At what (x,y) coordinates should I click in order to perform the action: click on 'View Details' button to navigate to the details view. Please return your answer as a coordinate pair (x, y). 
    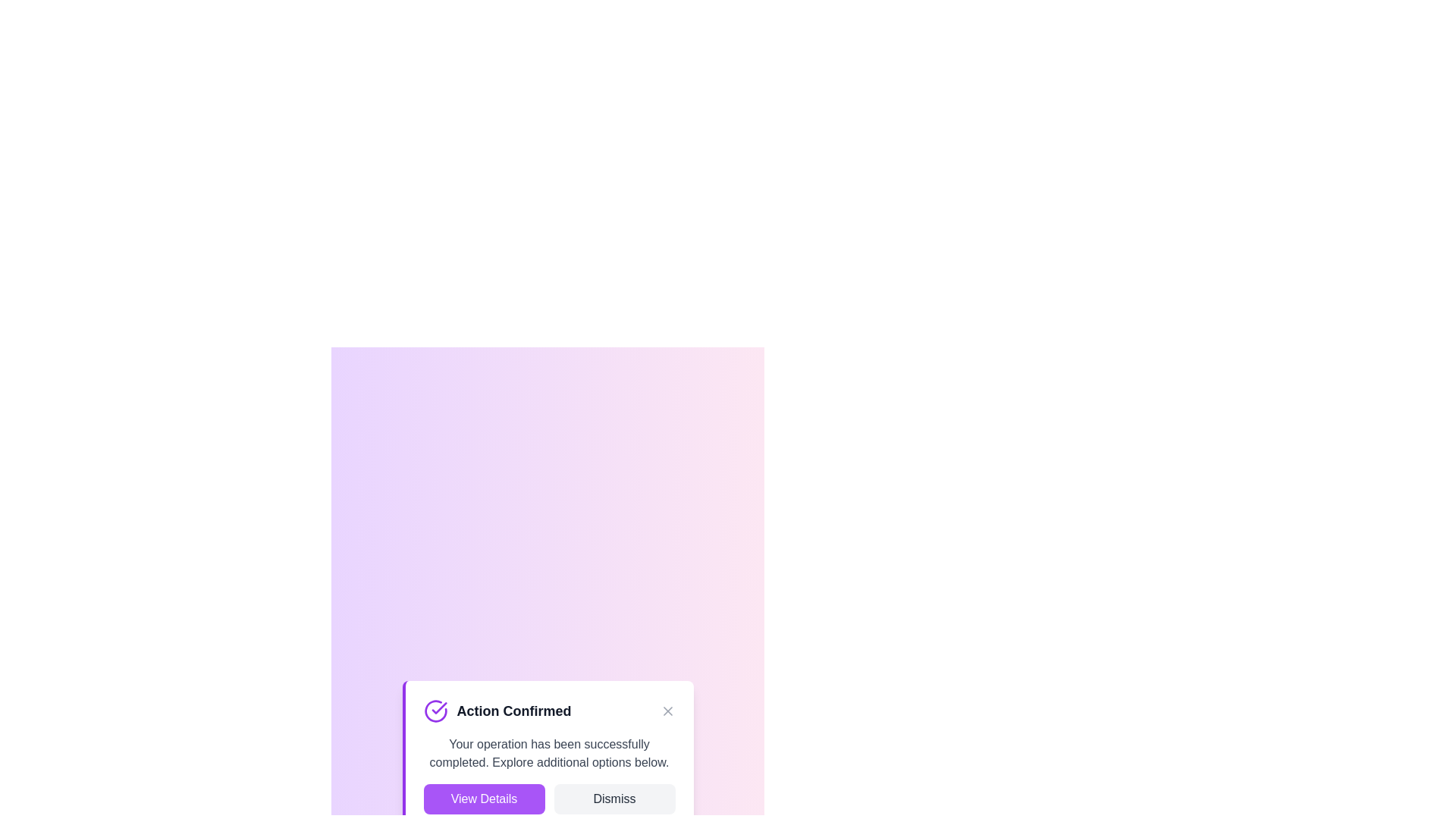
    Looking at the image, I should click on (483, 798).